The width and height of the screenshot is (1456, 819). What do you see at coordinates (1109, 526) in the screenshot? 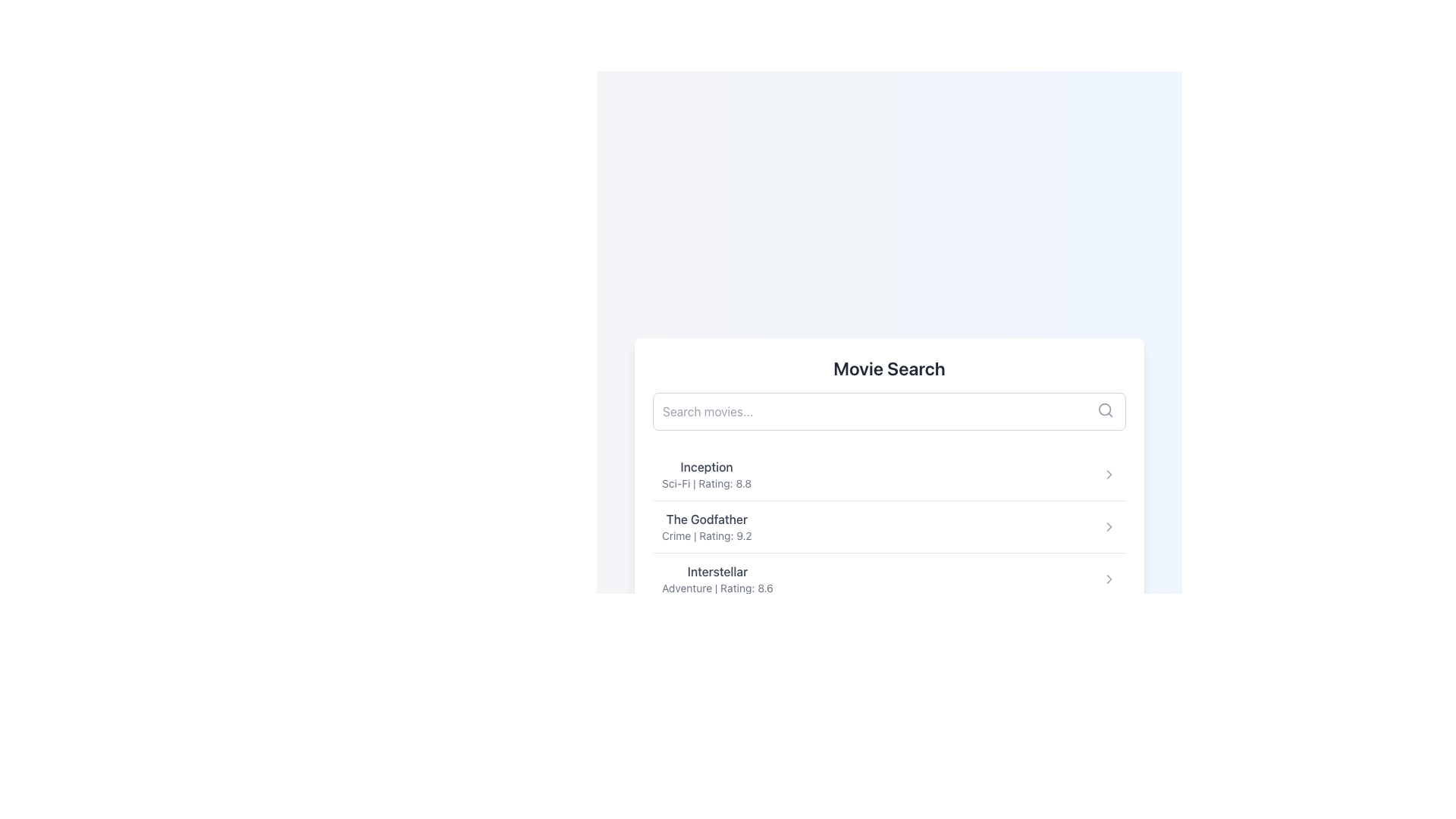
I see `the right-facing chevron icon located to the far right of the second list item labeled 'The Godfather Crime | Rating: 9.2' under the 'Movie Search' title` at bounding box center [1109, 526].